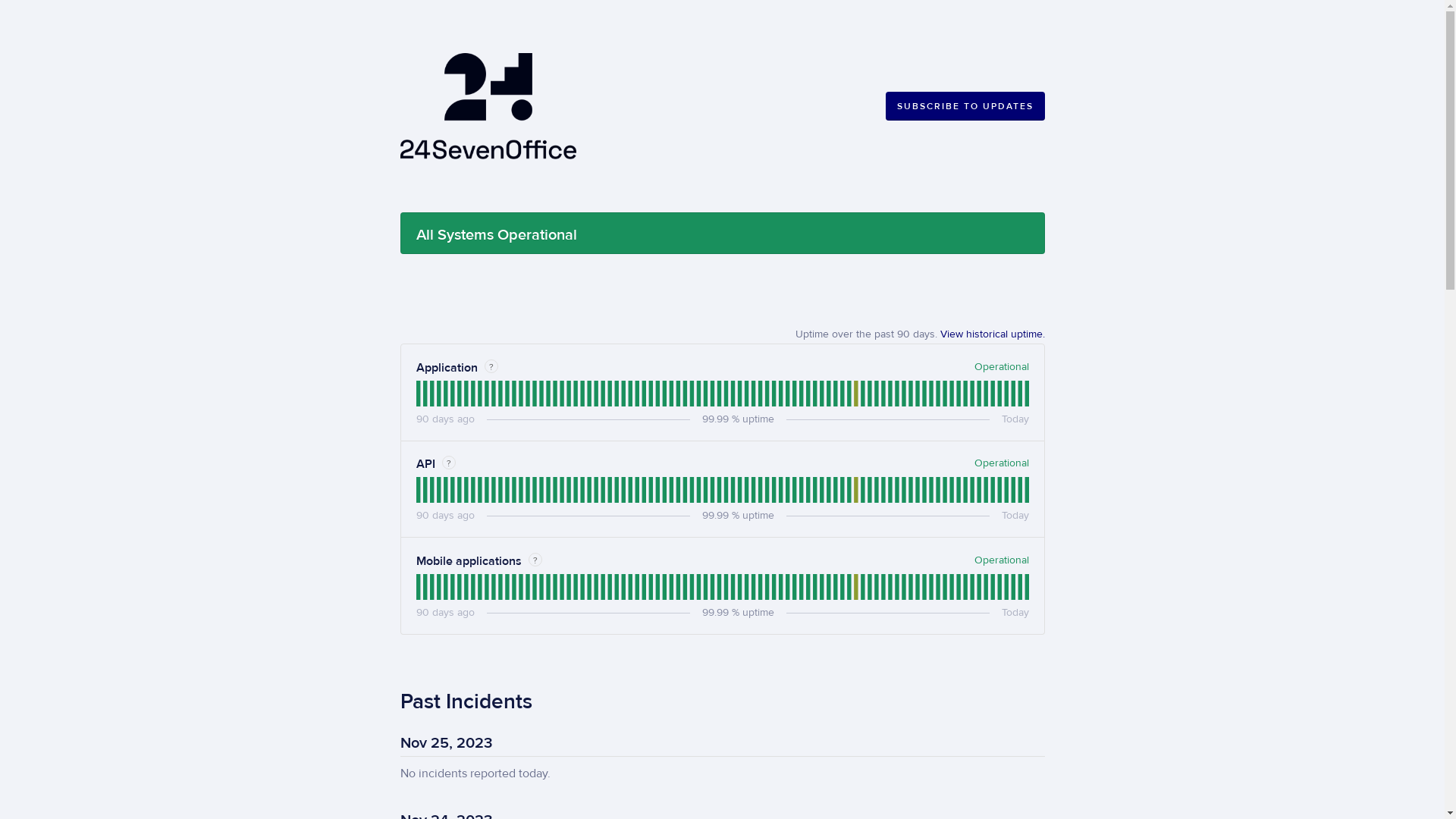 This screenshot has width=1456, height=819. Describe the element at coordinates (993, 333) in the screenshot. I see `'View historical uptime.'` at that location.